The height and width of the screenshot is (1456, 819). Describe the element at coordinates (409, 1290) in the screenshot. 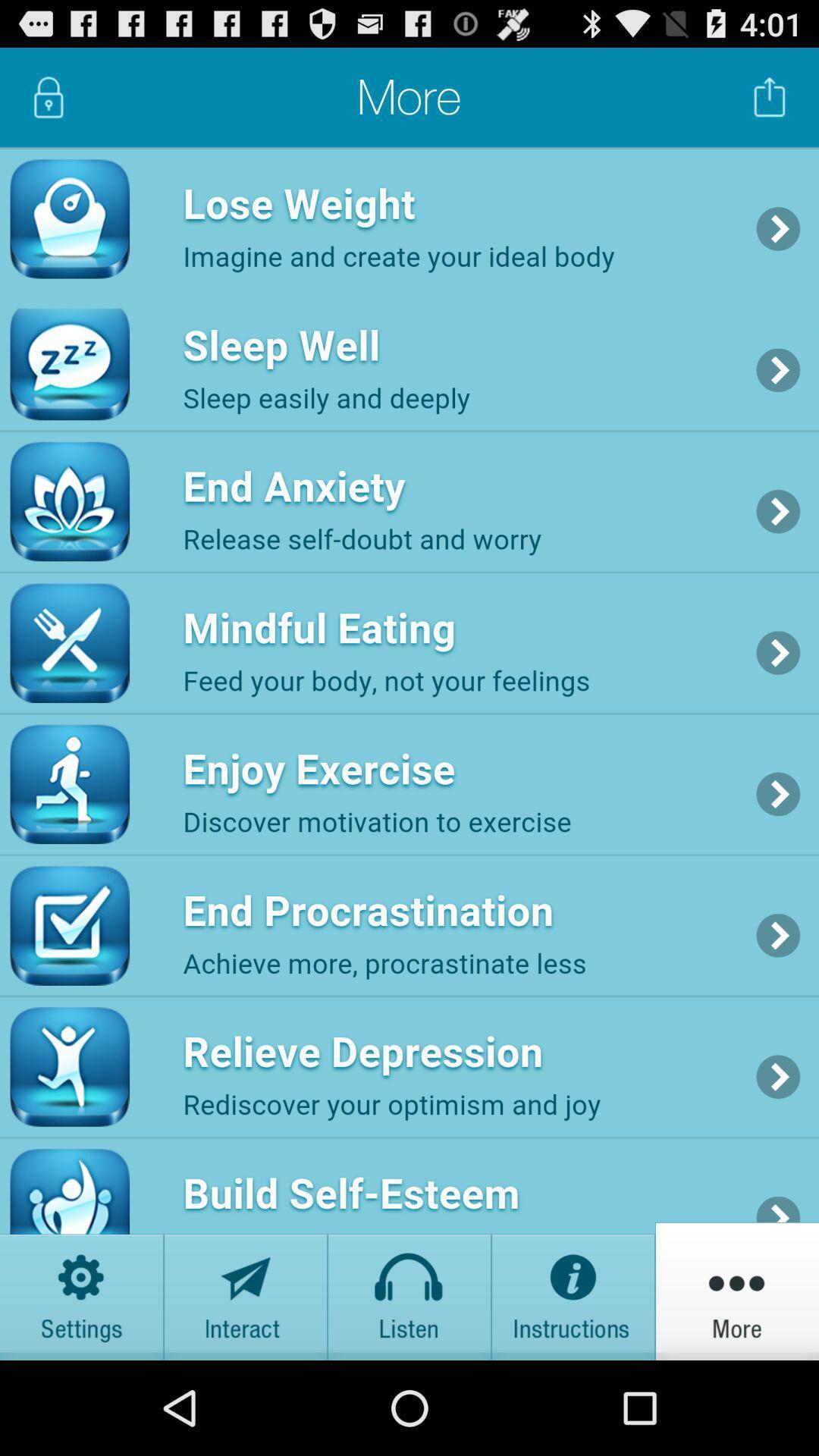

I see `click on listen` at that location.